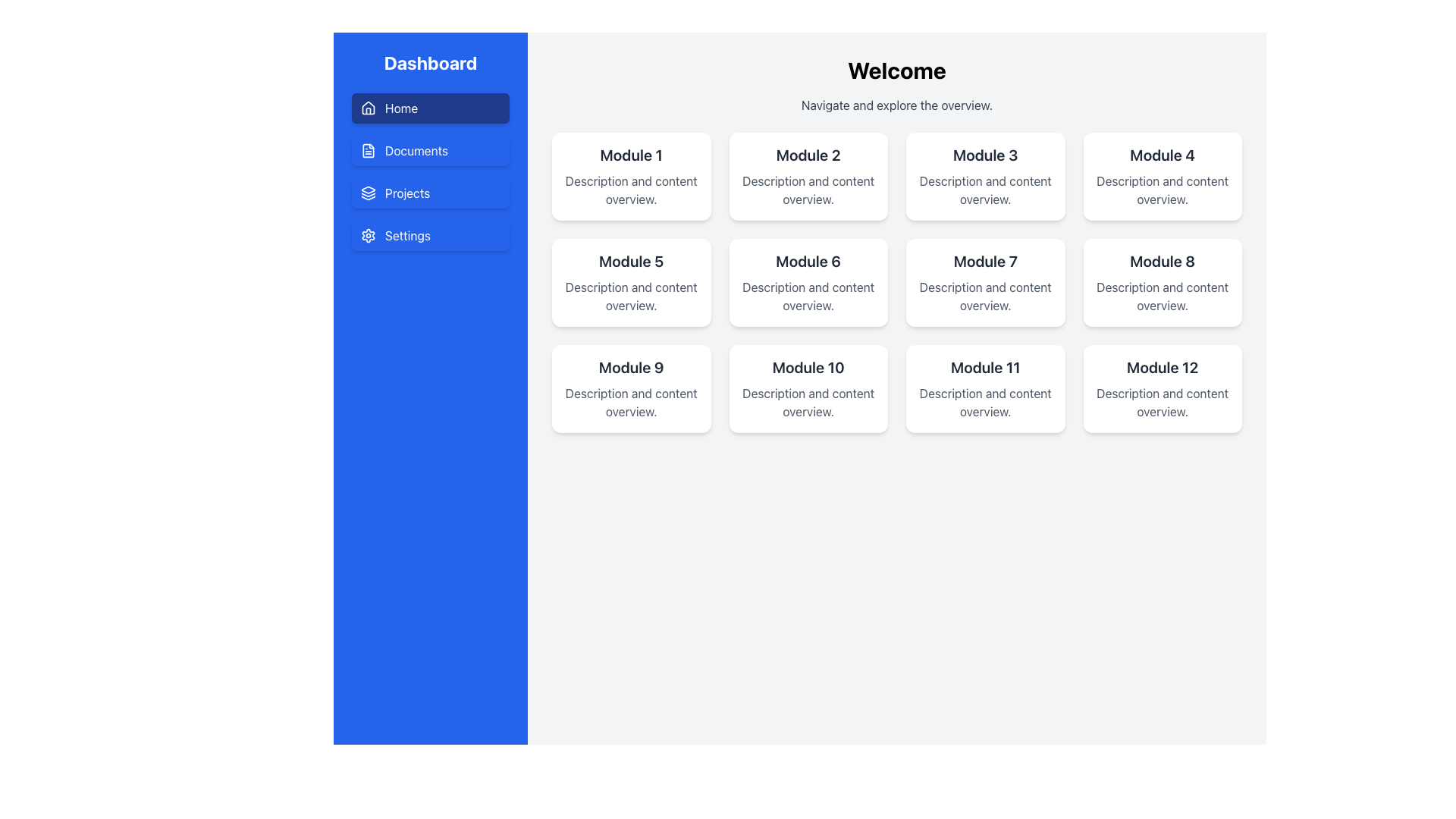  Describe the element at coordinates (631, 175) in the screenshot. I see `the first module overview card located in the top-left corner of the grid, directly under the 'Welcome' title and to the right of the blue sidebar navigation menu` at that location.